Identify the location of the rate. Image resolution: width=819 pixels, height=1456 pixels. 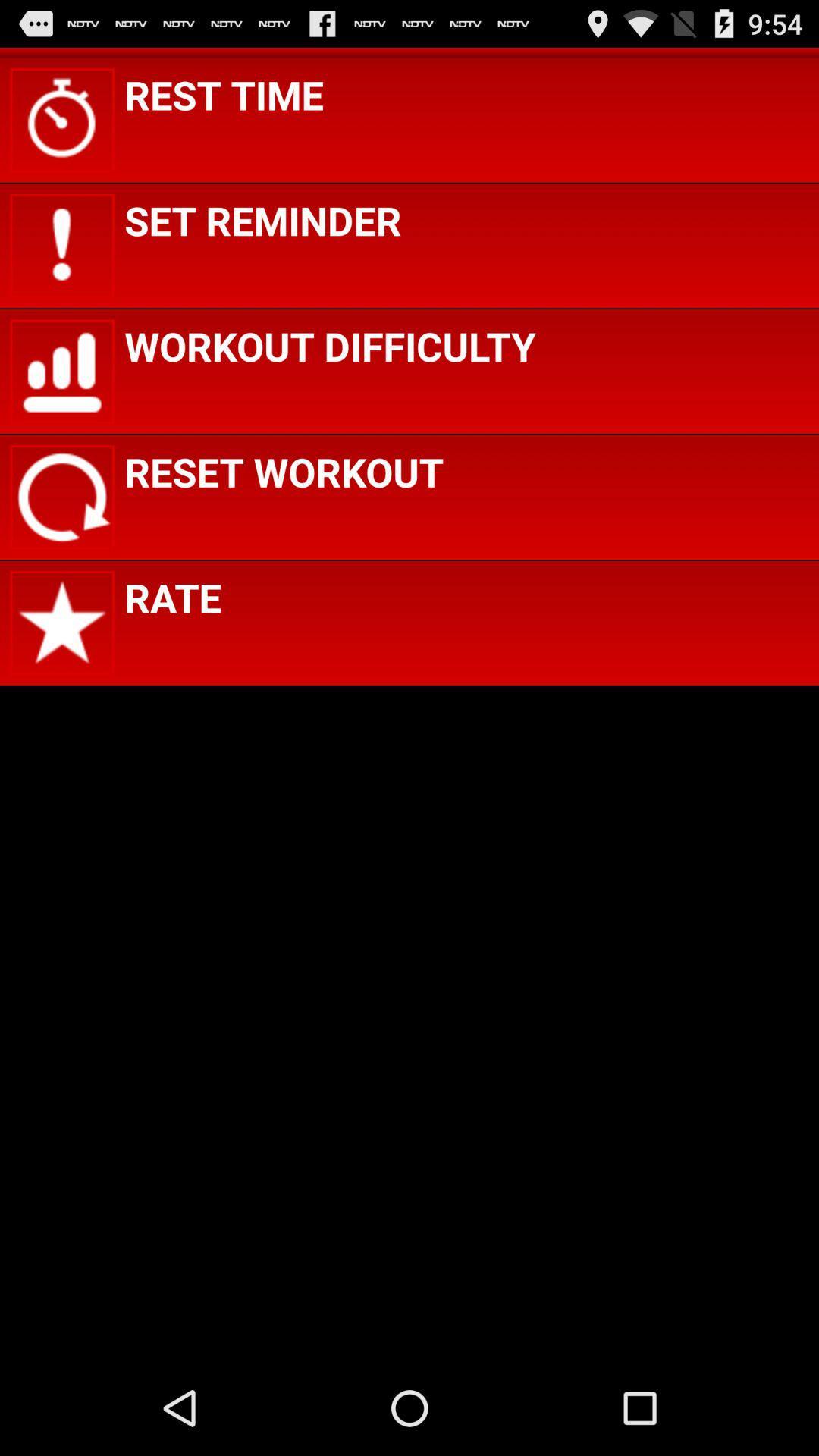
(171, 596).